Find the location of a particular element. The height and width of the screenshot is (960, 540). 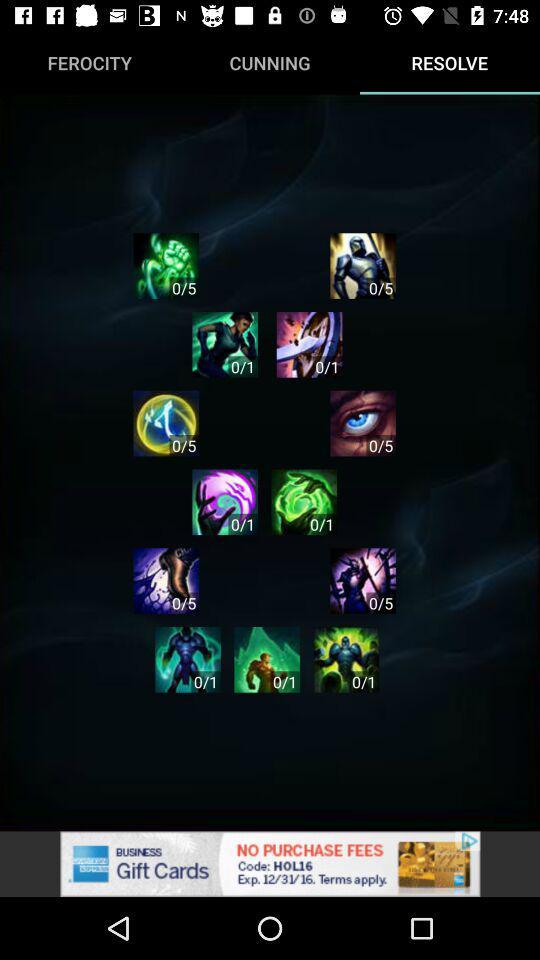

the avatar icon is located at coordinates (362, 265).